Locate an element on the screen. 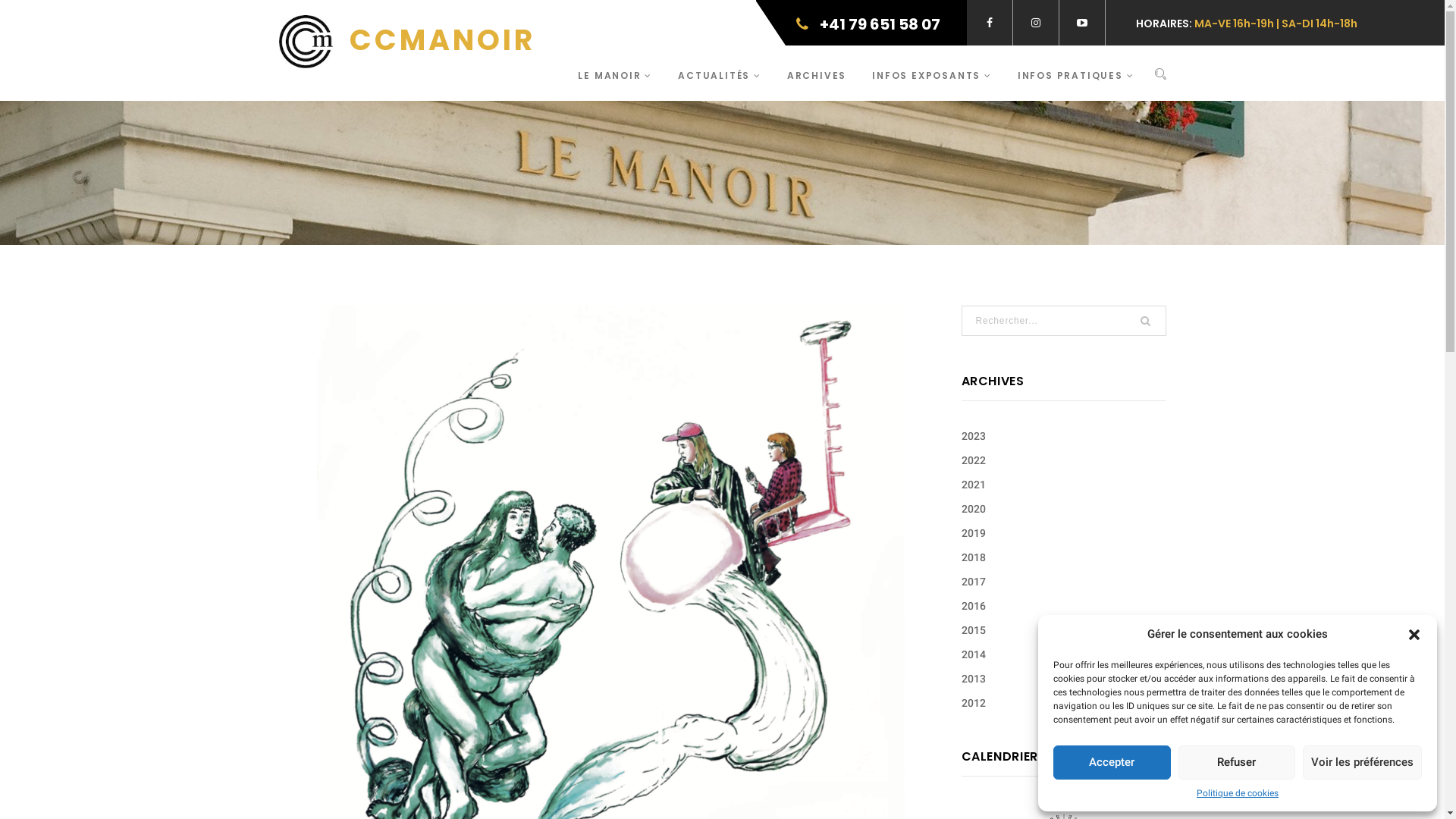 This screenshot has width=1456, height=819. 'INFOS PRATIQUES' is located at coordinates (1075, 73).